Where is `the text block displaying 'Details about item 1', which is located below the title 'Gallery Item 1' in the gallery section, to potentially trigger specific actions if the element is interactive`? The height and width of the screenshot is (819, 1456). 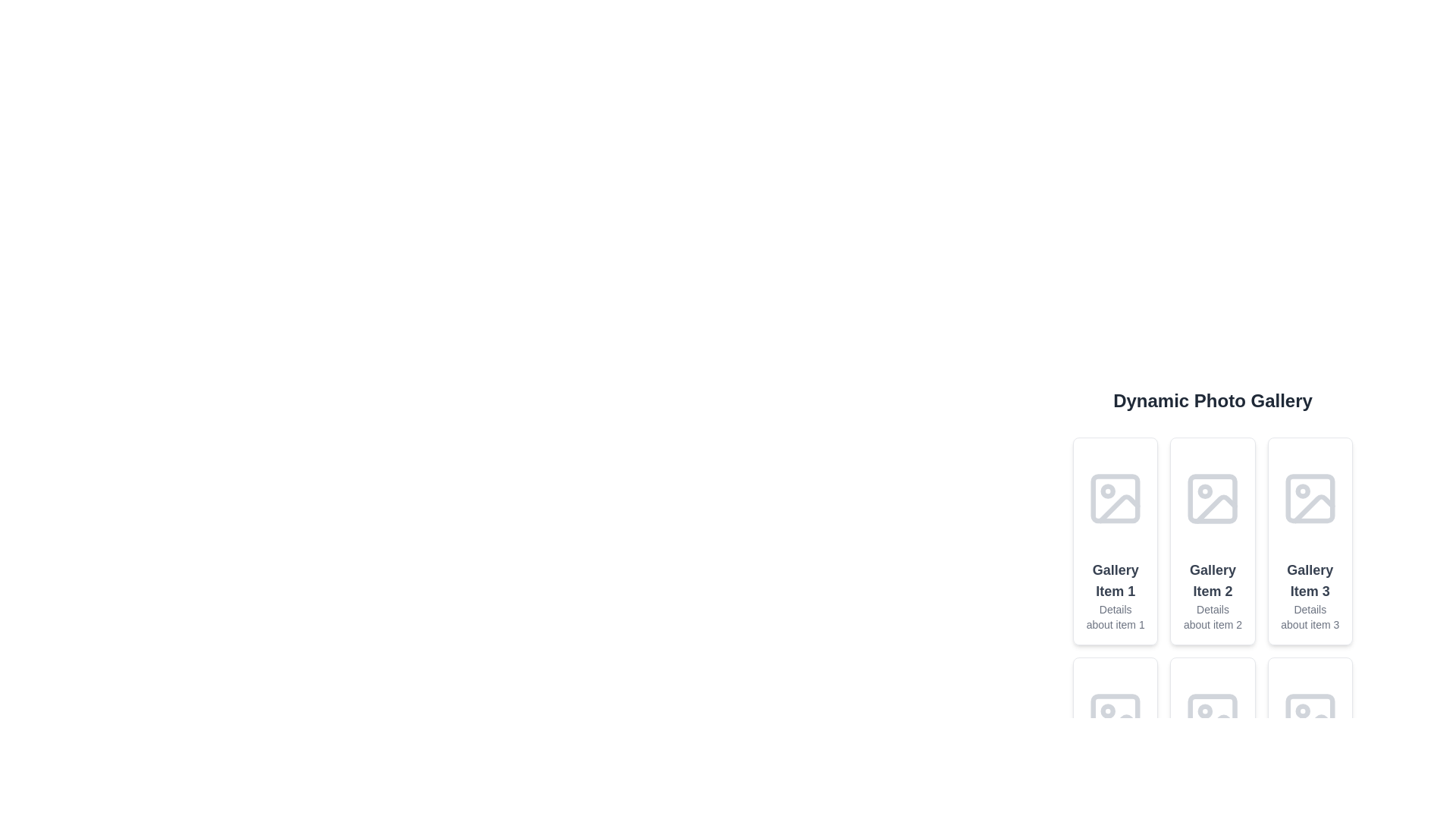 the text block displaying 'Details about item 1', which is located below the title 'Gallery Item 1' in the gallery section, to potentially trigger specific actions if the element is interactive is located at coordinates (1116, 617).